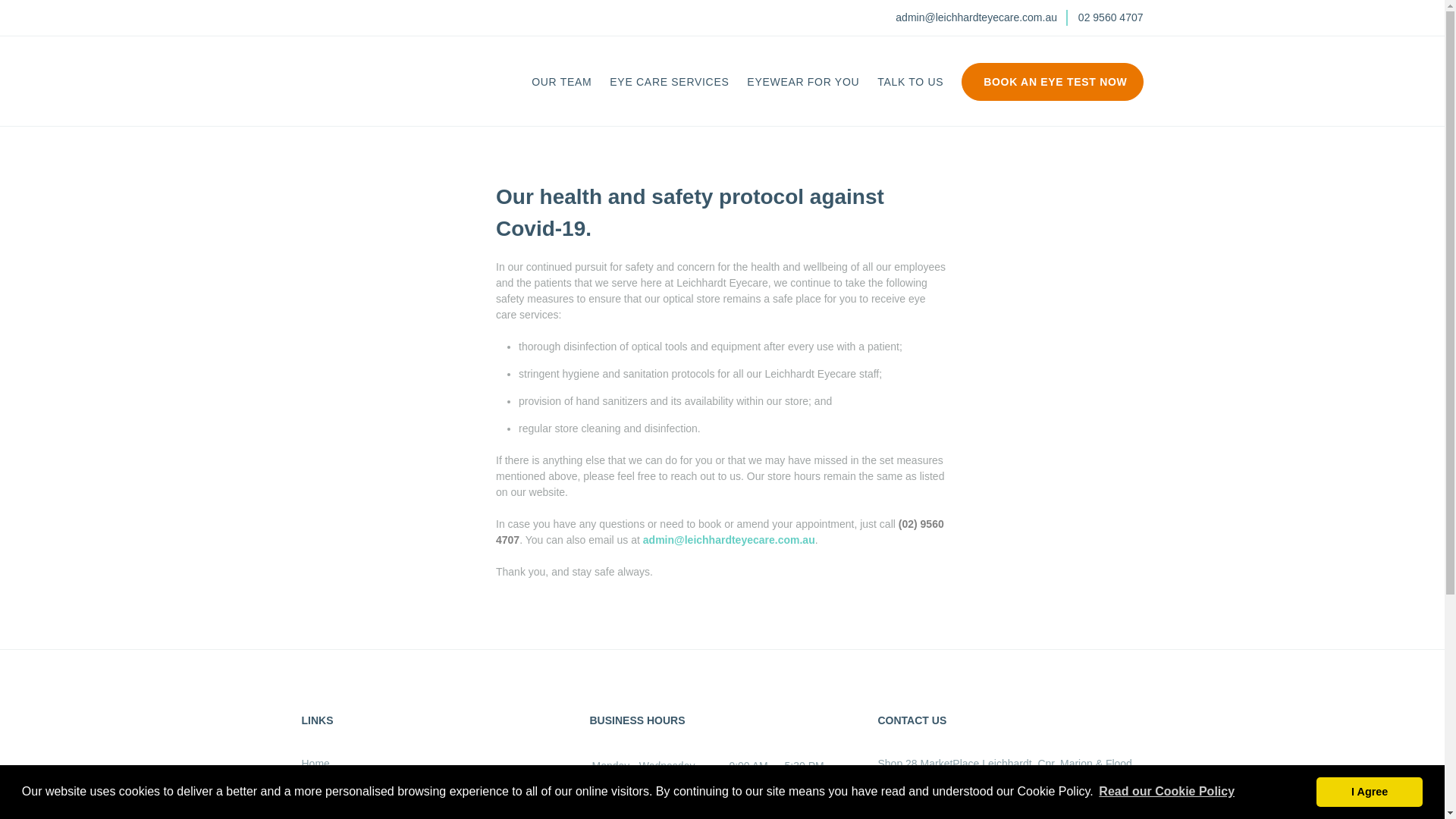  Describe the element at coordinates (1051, 89) in the screenshot. I see `'BOOK AN EYE TEST NOW'` at that location.